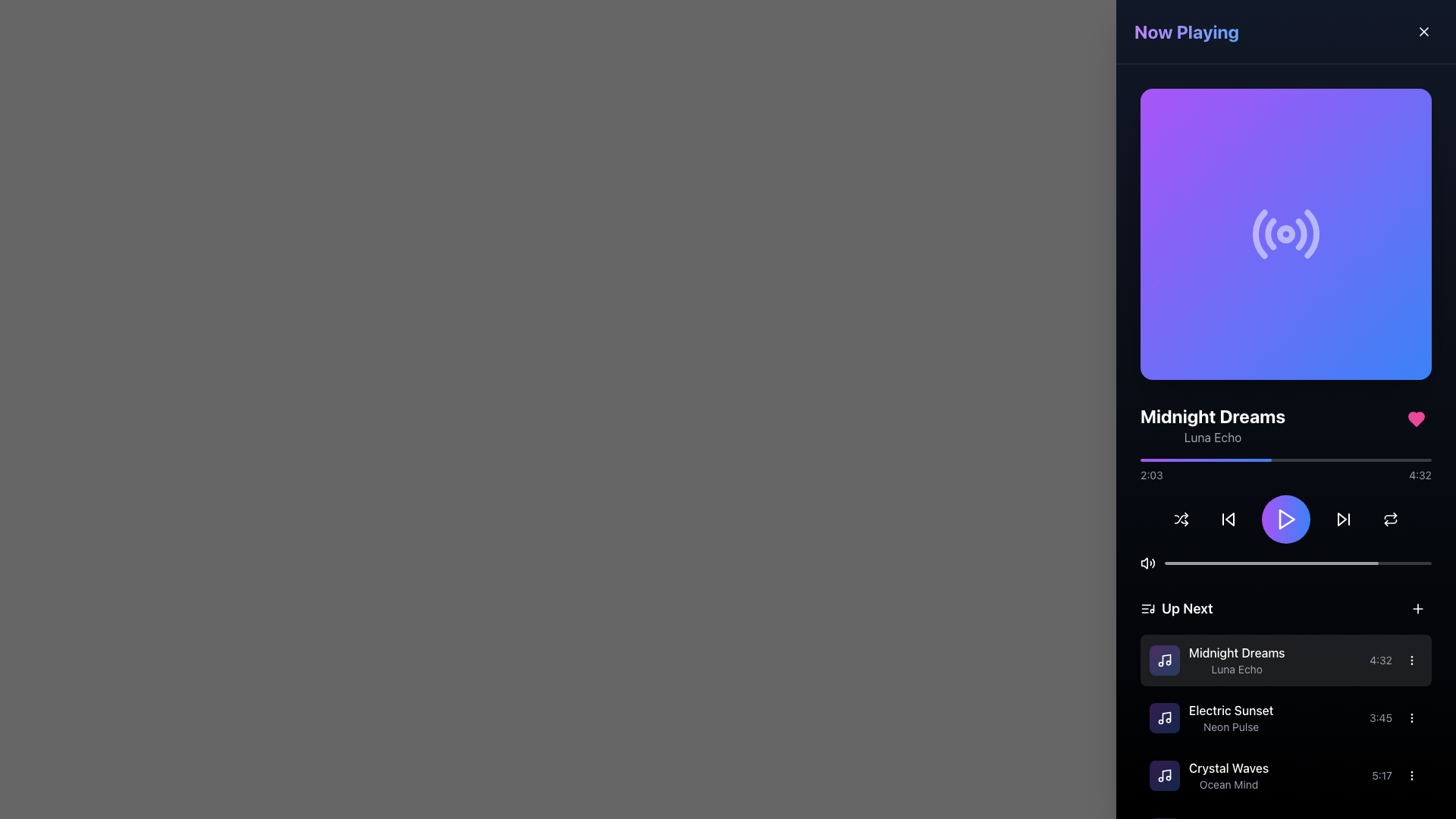  What do you see at coordinates (1210, 717) in the screenshot?
I see `the second list item in the 'Up Next' section` at bounding box center [1210, 717].